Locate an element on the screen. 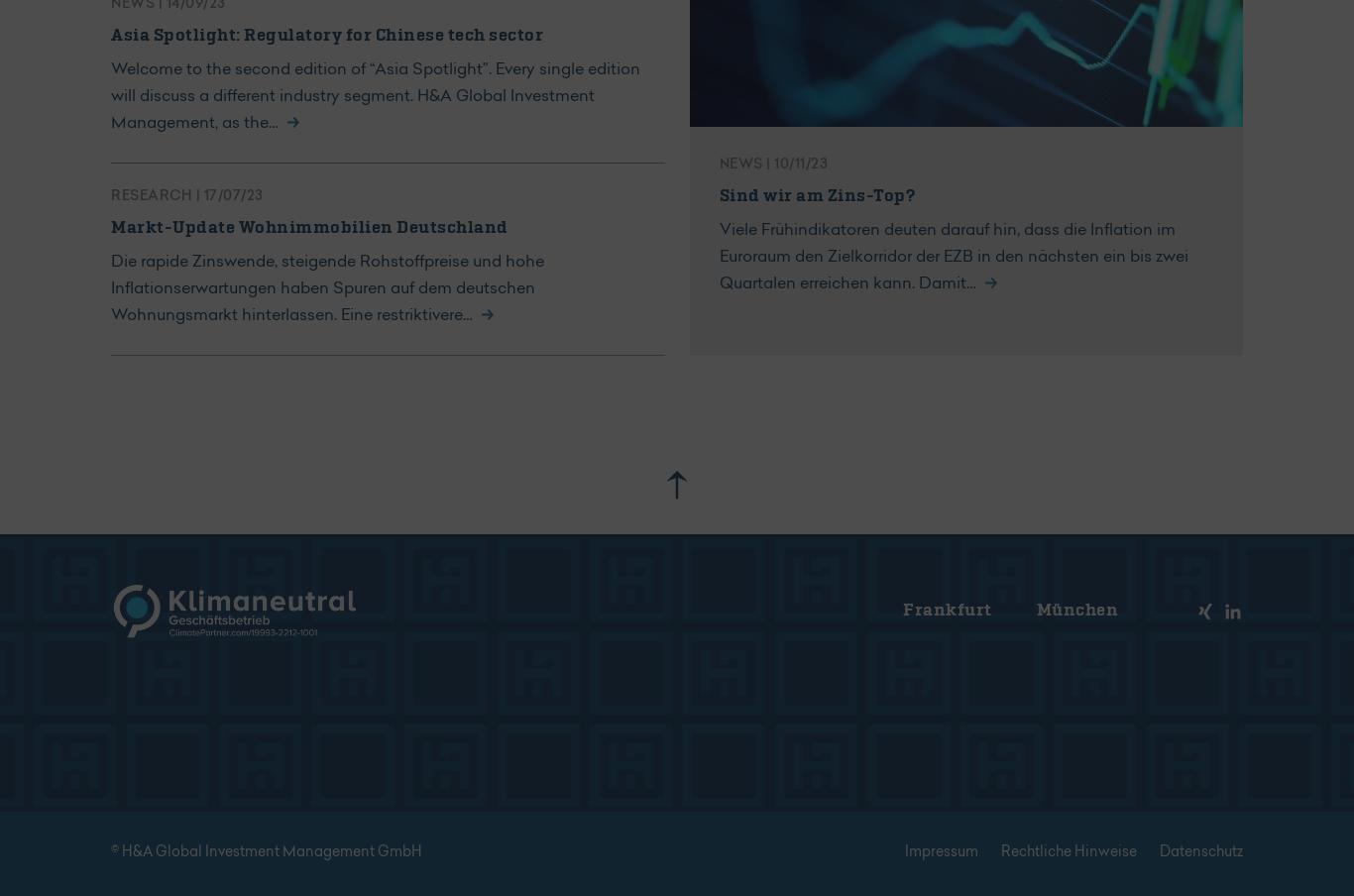 The image size is (1354, 896). 'Markt-Update Wohnimmobilien Deutschland' is located at coordinates (308, 226).